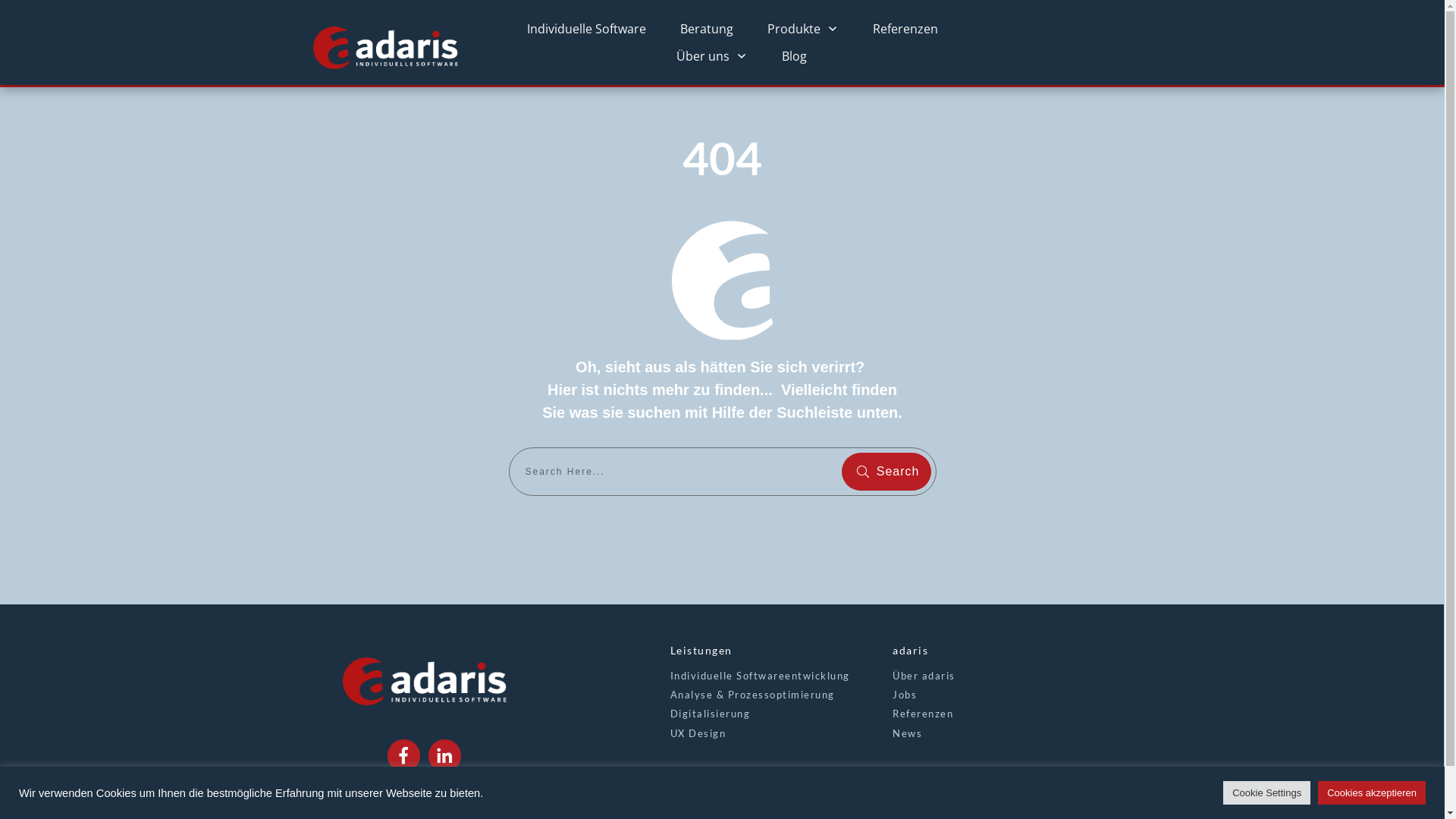  Describe the element at coordinates (793, 55) in the screenshot. I see `'Blog'` at that location.